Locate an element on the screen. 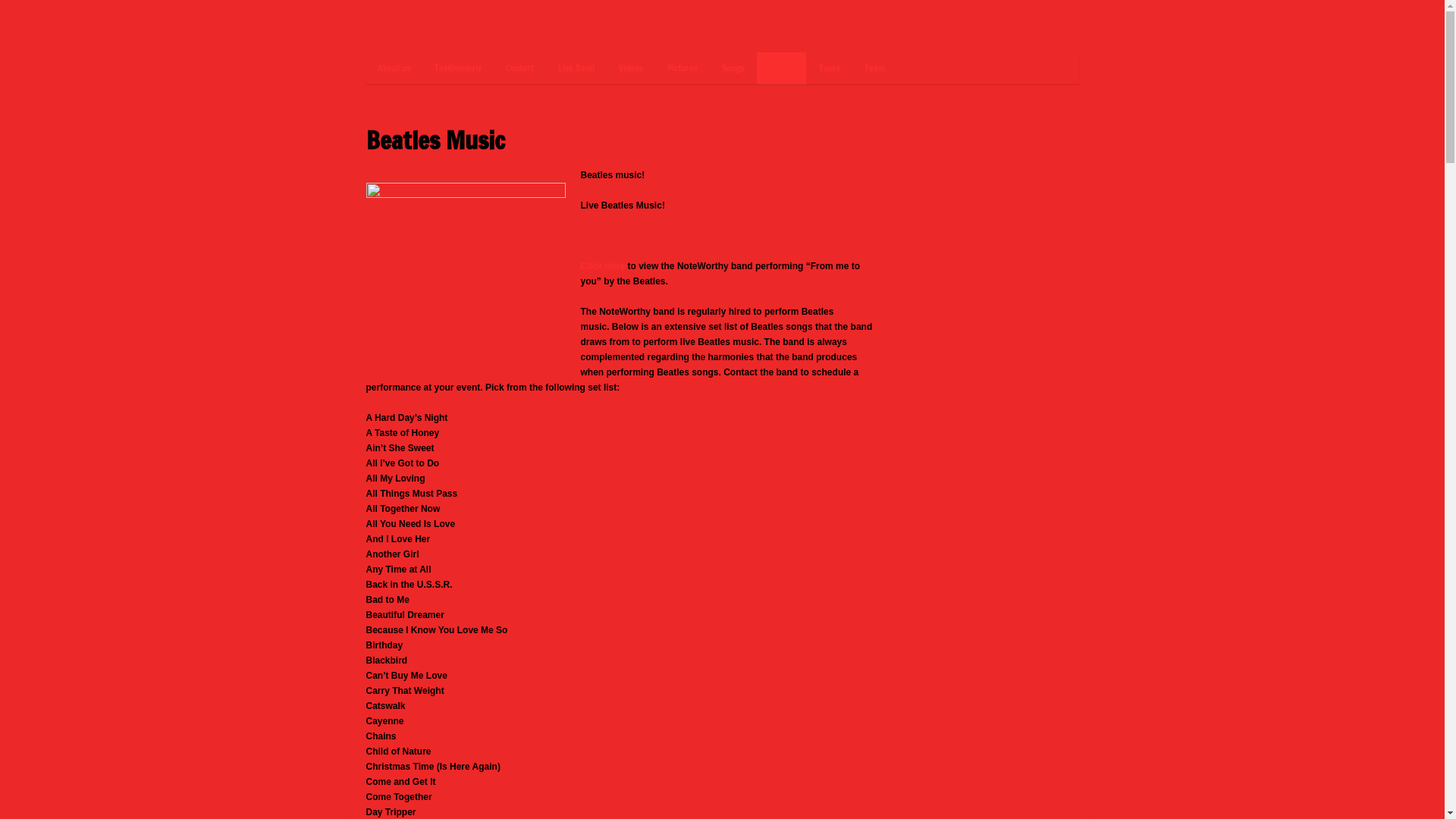 The image size is (1456, 819). 'Click Here' is located at coordinates (602, 265).